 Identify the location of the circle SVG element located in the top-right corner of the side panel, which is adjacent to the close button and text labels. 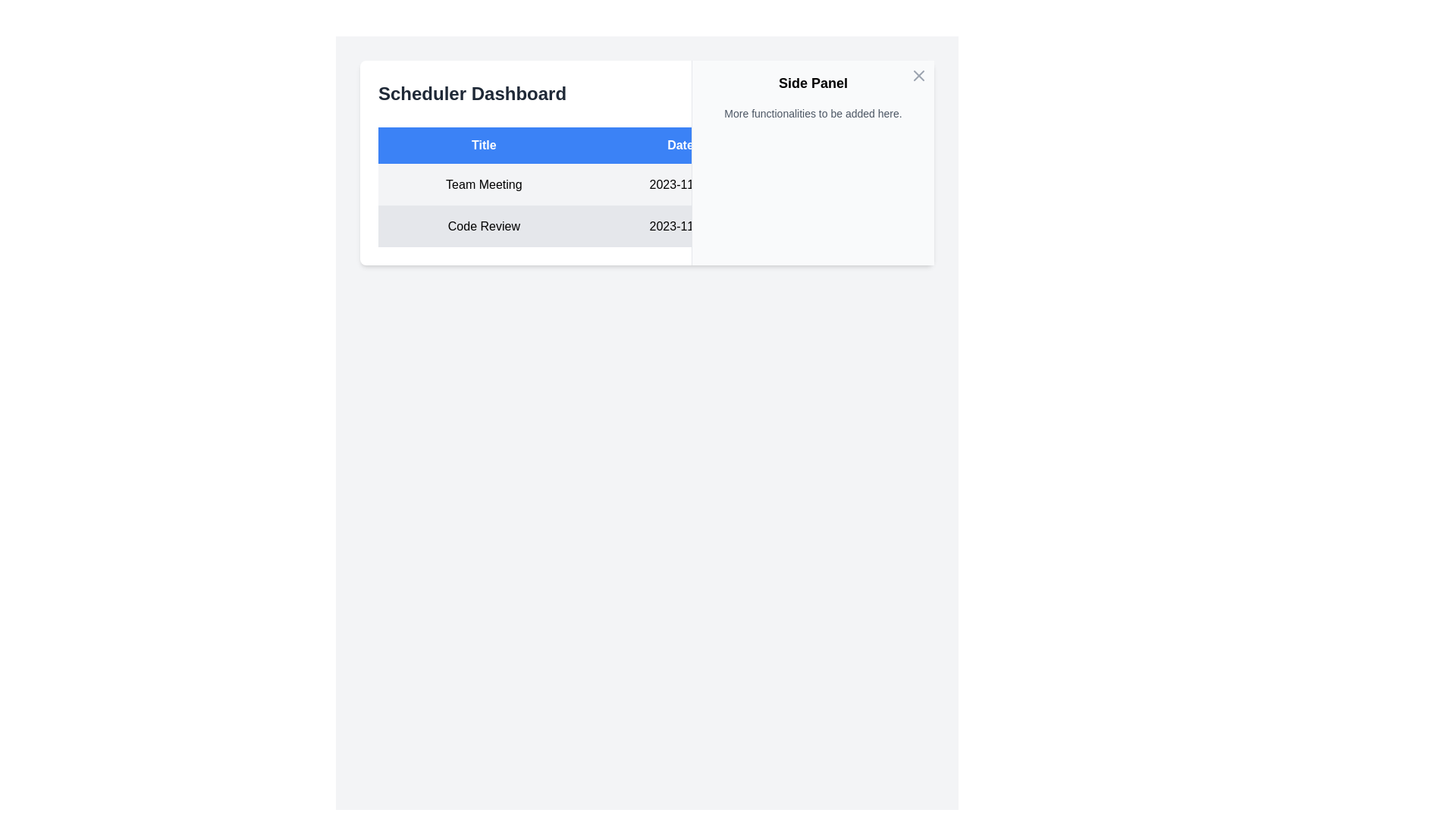
(832, 93).